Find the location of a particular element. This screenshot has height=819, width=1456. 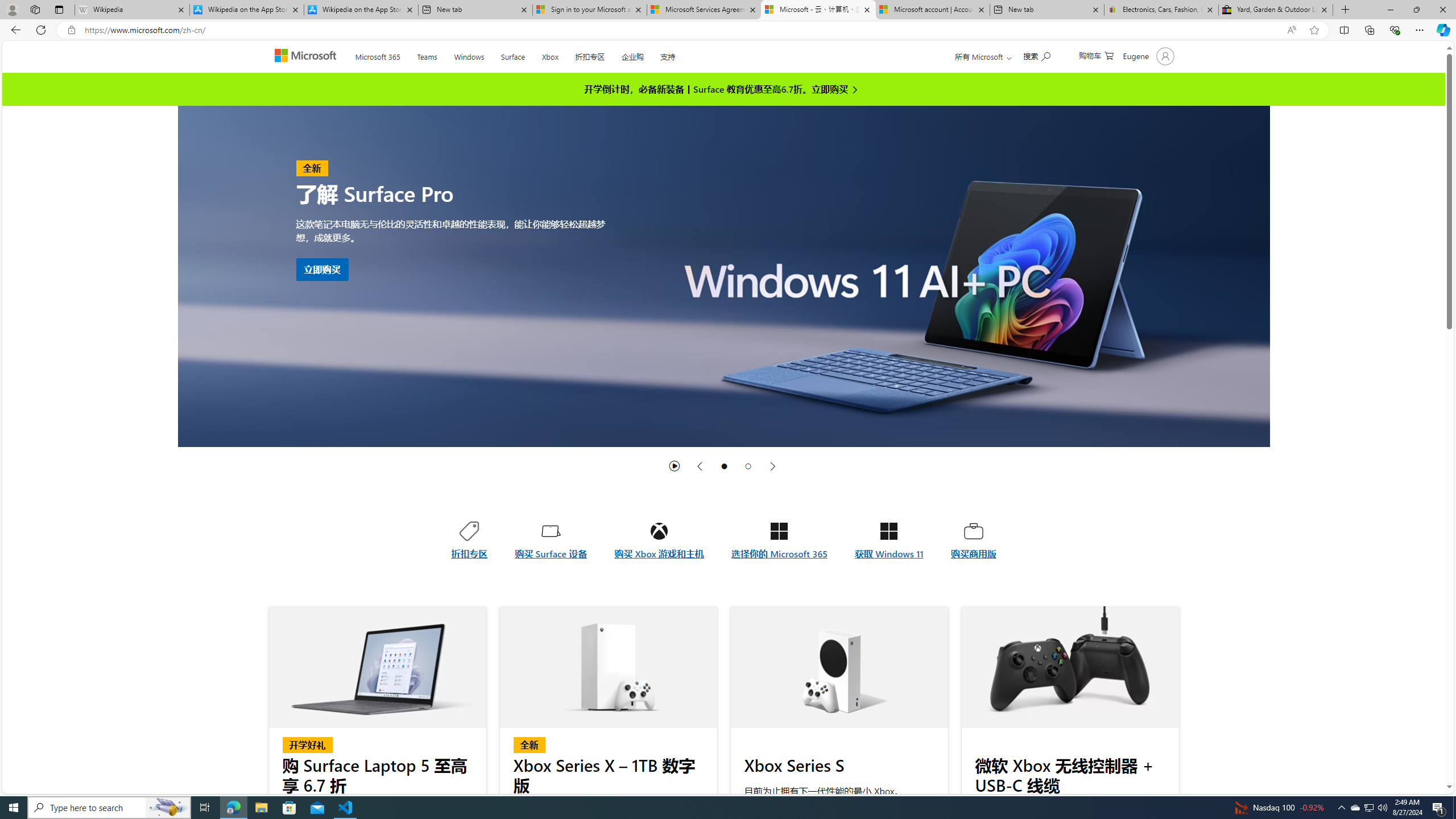

'New tab' is located at coordinates (1046, 9).